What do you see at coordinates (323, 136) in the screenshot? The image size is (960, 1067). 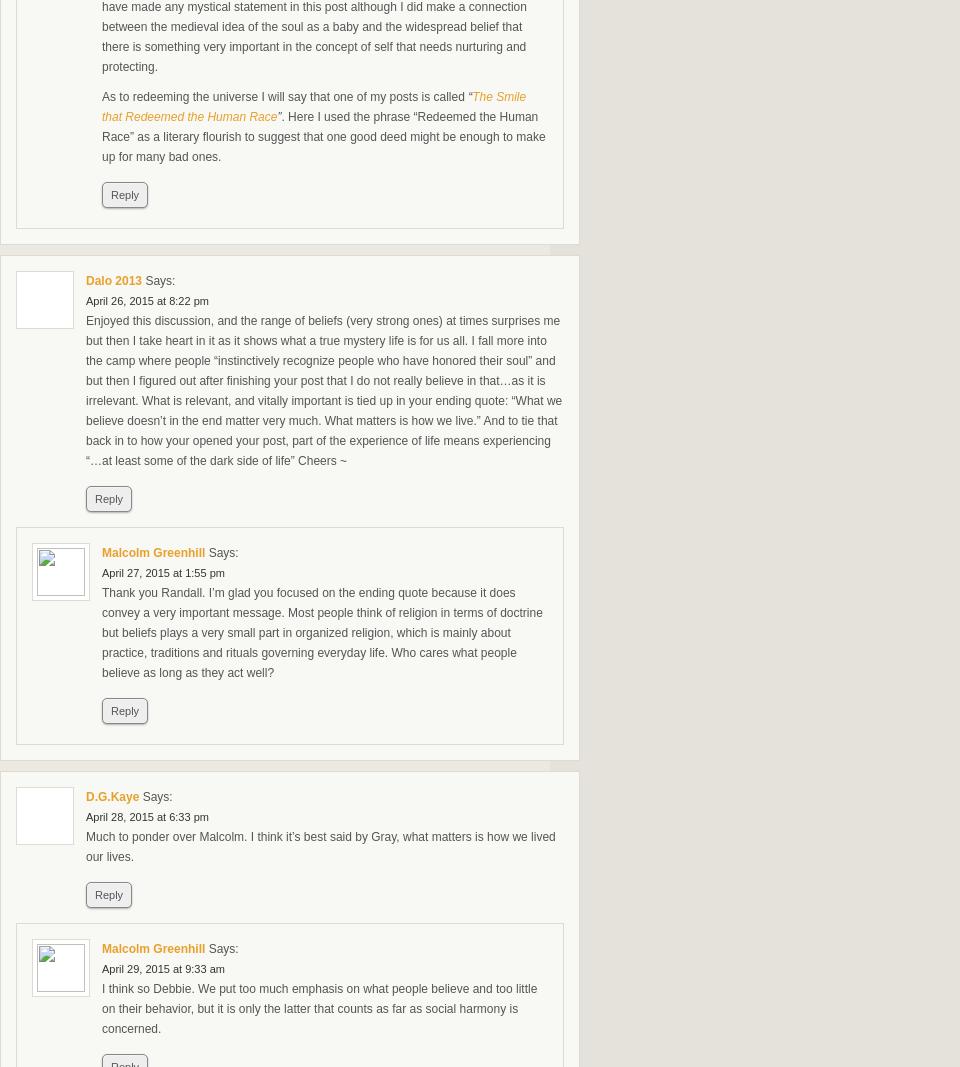 I see `'. Here I used the phrase “Redeemed the Human Race” as a literary flourish to suggest that one good deed might be enough to make up for many bad ones.'` at bounding box center [323, 136].